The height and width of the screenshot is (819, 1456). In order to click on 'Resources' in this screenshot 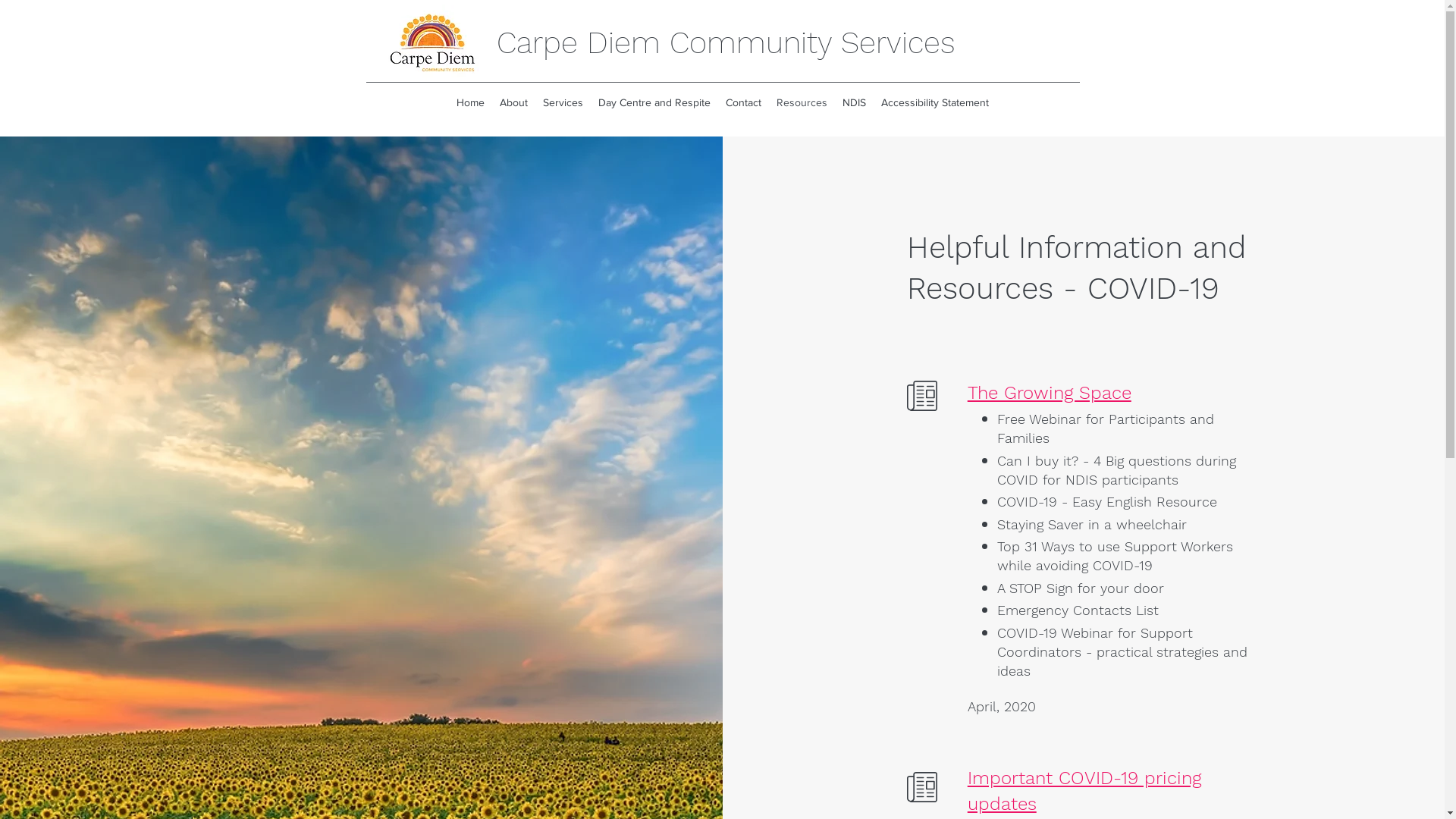, I will do `click(801, 102)`.